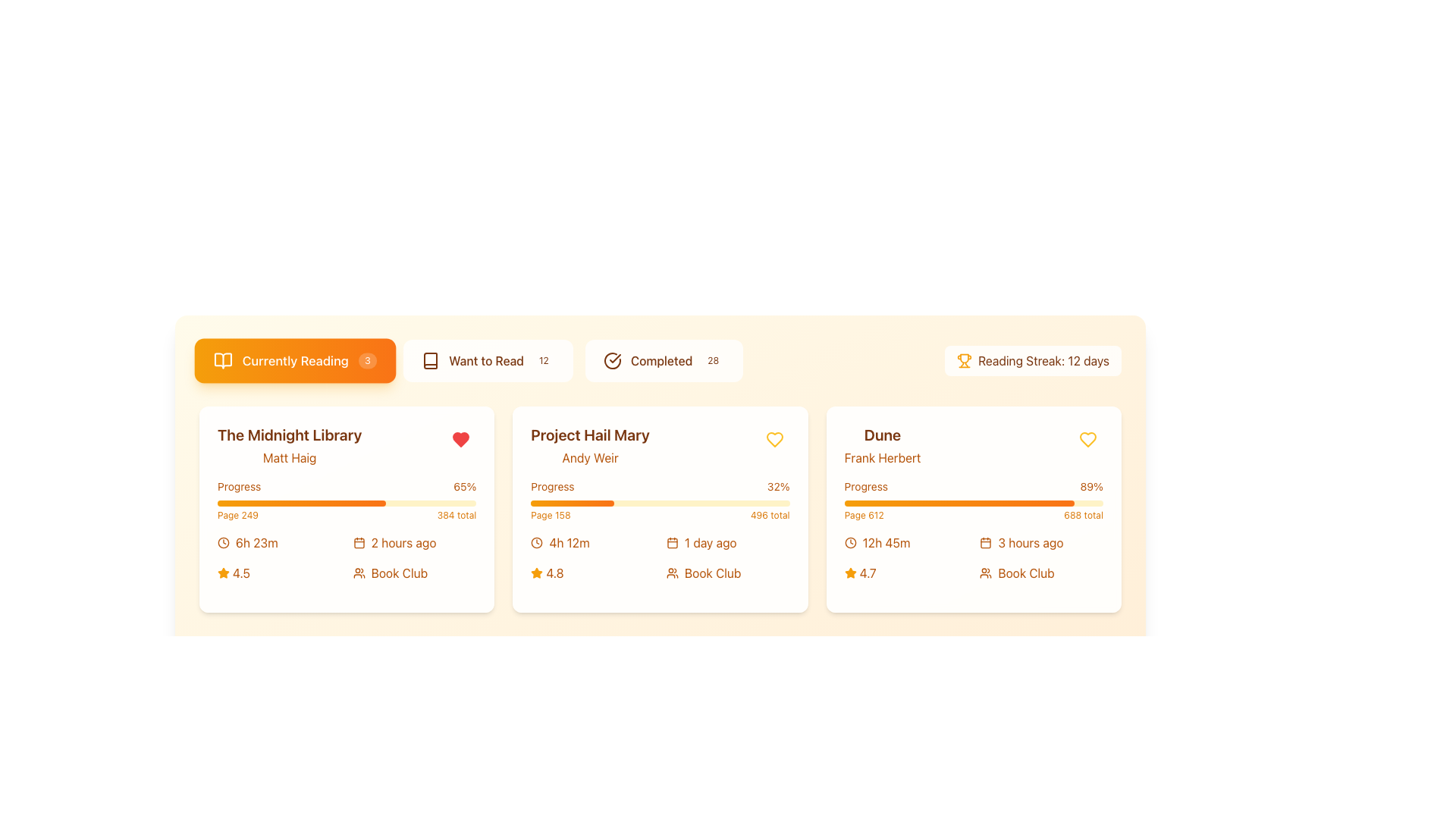  Describe the element at coordinates (712, 573) in the screenshot. I see `the static text label that indicates the category or tag for the book associated with a book club, located within the card under the ratings information section` at that location.